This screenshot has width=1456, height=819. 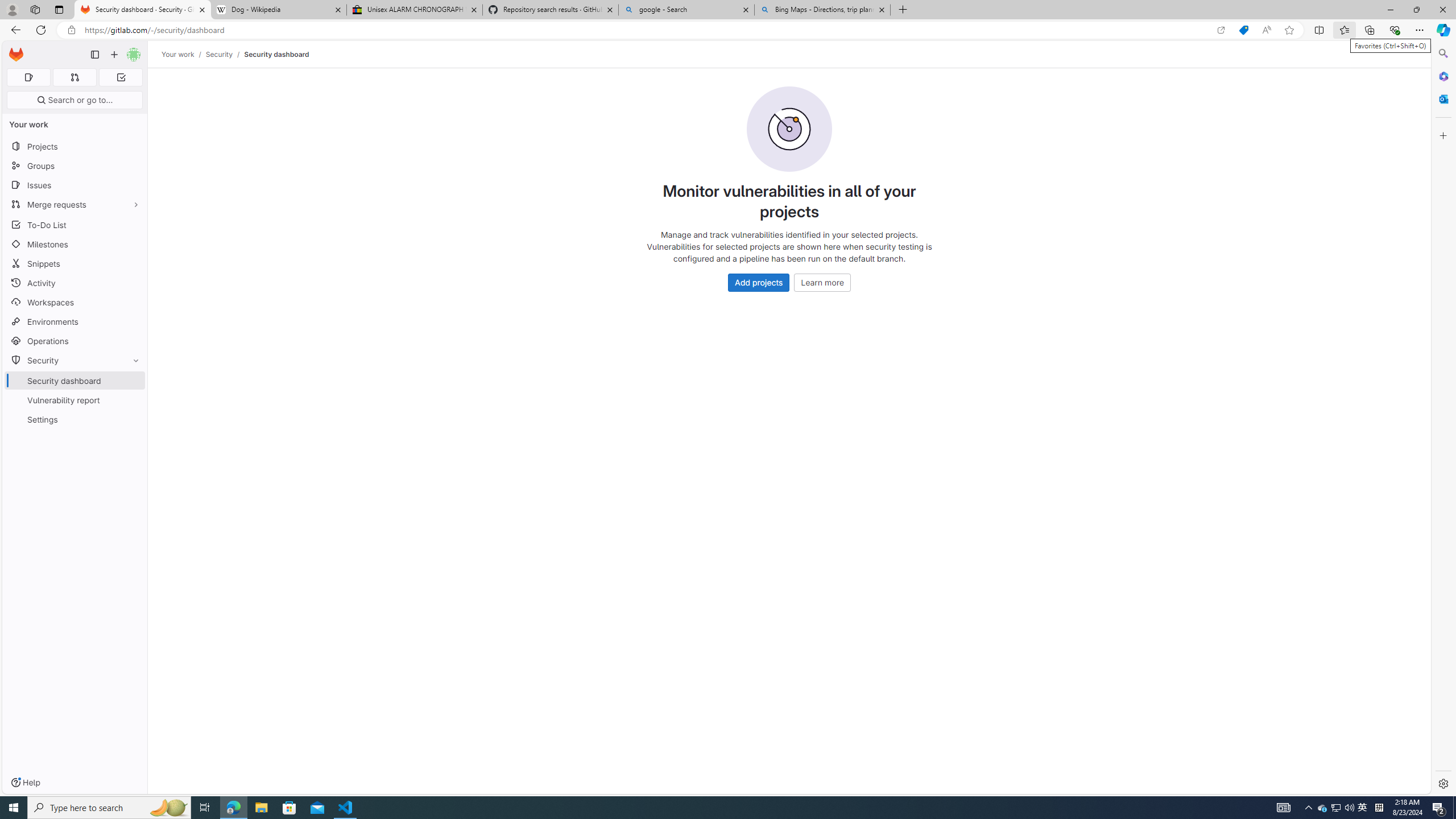 What do you see at coordinates (74, 399) in the screenshot?
I see `'Vulnerability report'` at bounding box center [74, 399].